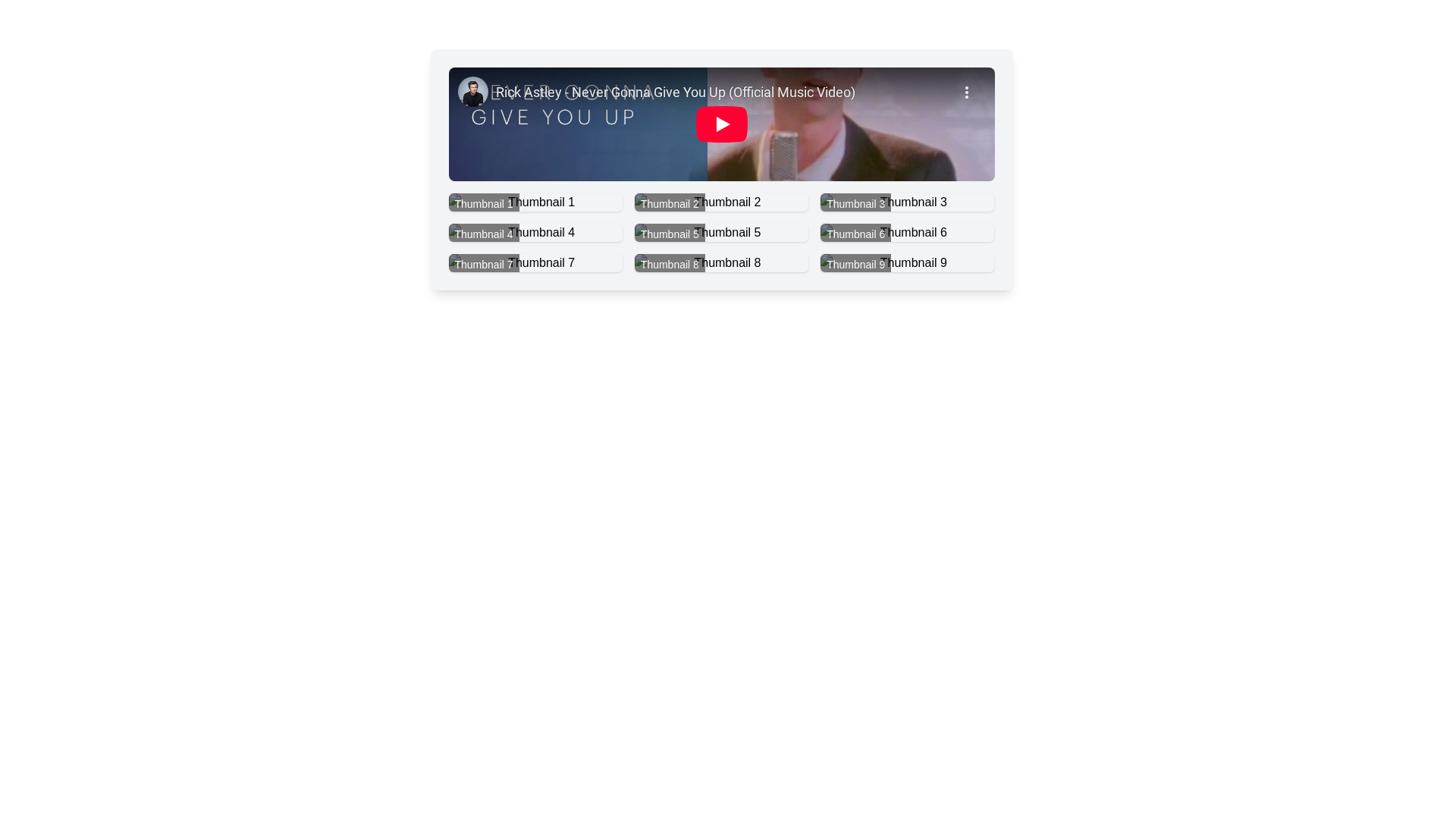 The image size is (1456, 819). What do you see at coordinates (720, 262) in the screenshot?
I see `the eighth image thumbnail located in the center column of the third row of the grid, which serves as a visual reference or preview item` at bounding box center [720, 262].